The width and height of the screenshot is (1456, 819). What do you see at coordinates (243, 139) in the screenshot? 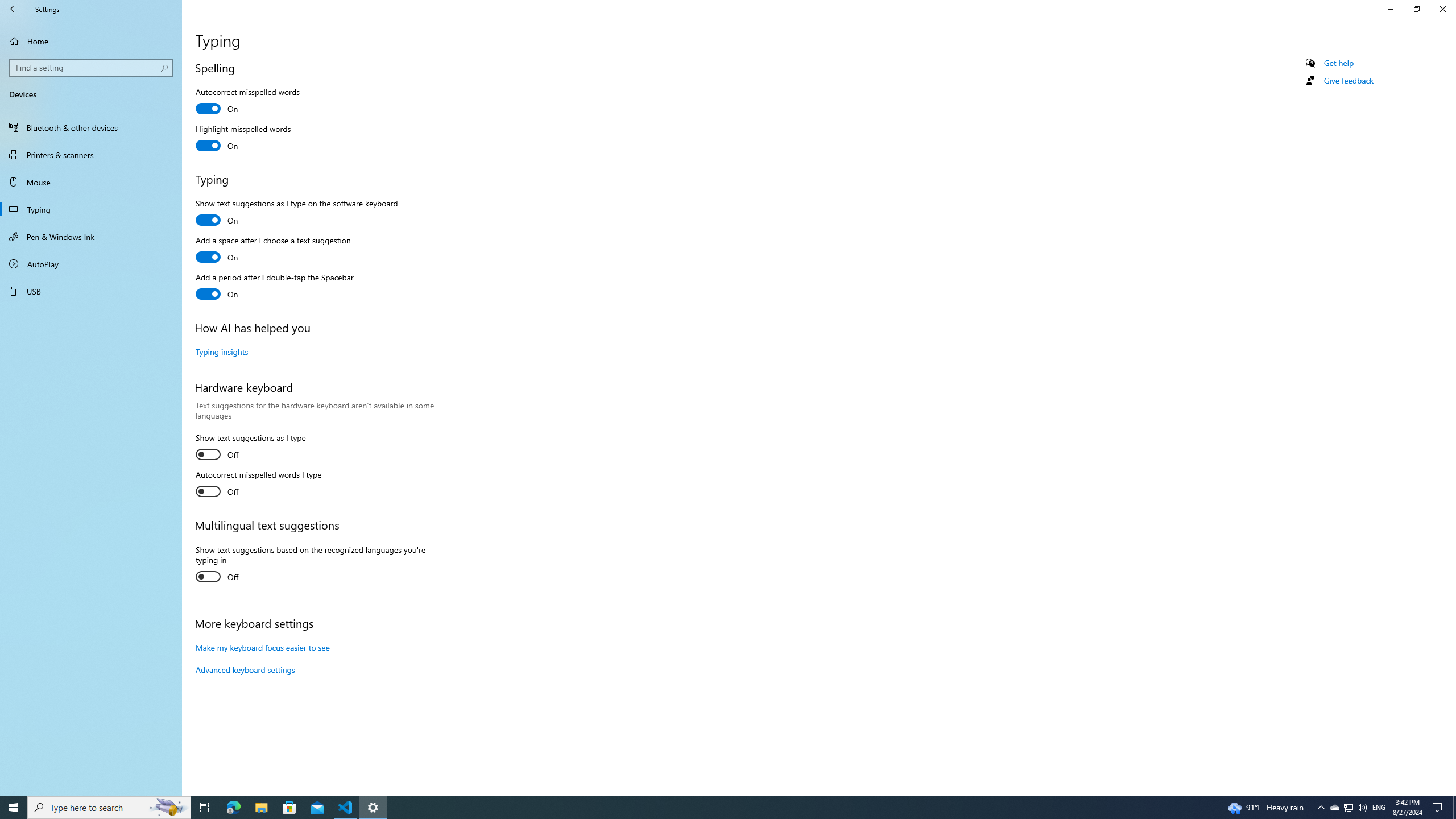
I see `'Highlight misspelled words'` at bounding box center [243, 139].